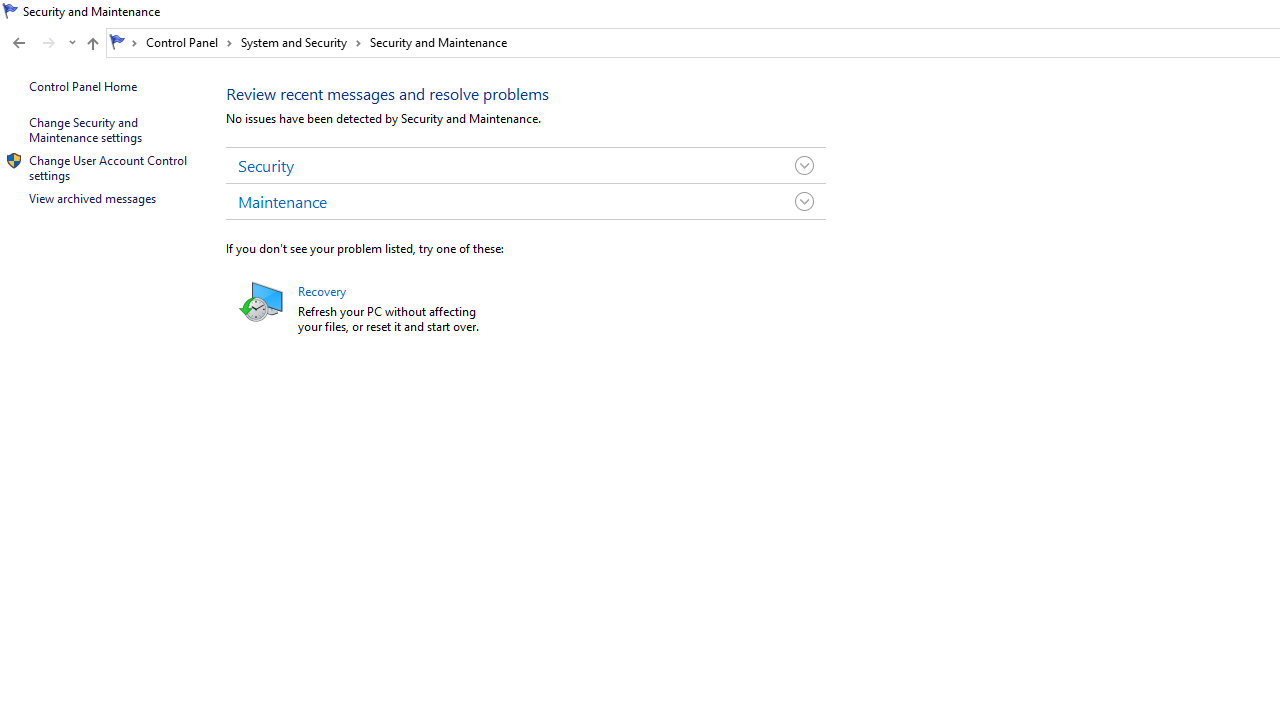  Describe the element at coordinates (42, 43) in the screenshot. I see `'Navigation buttons'` at that location.